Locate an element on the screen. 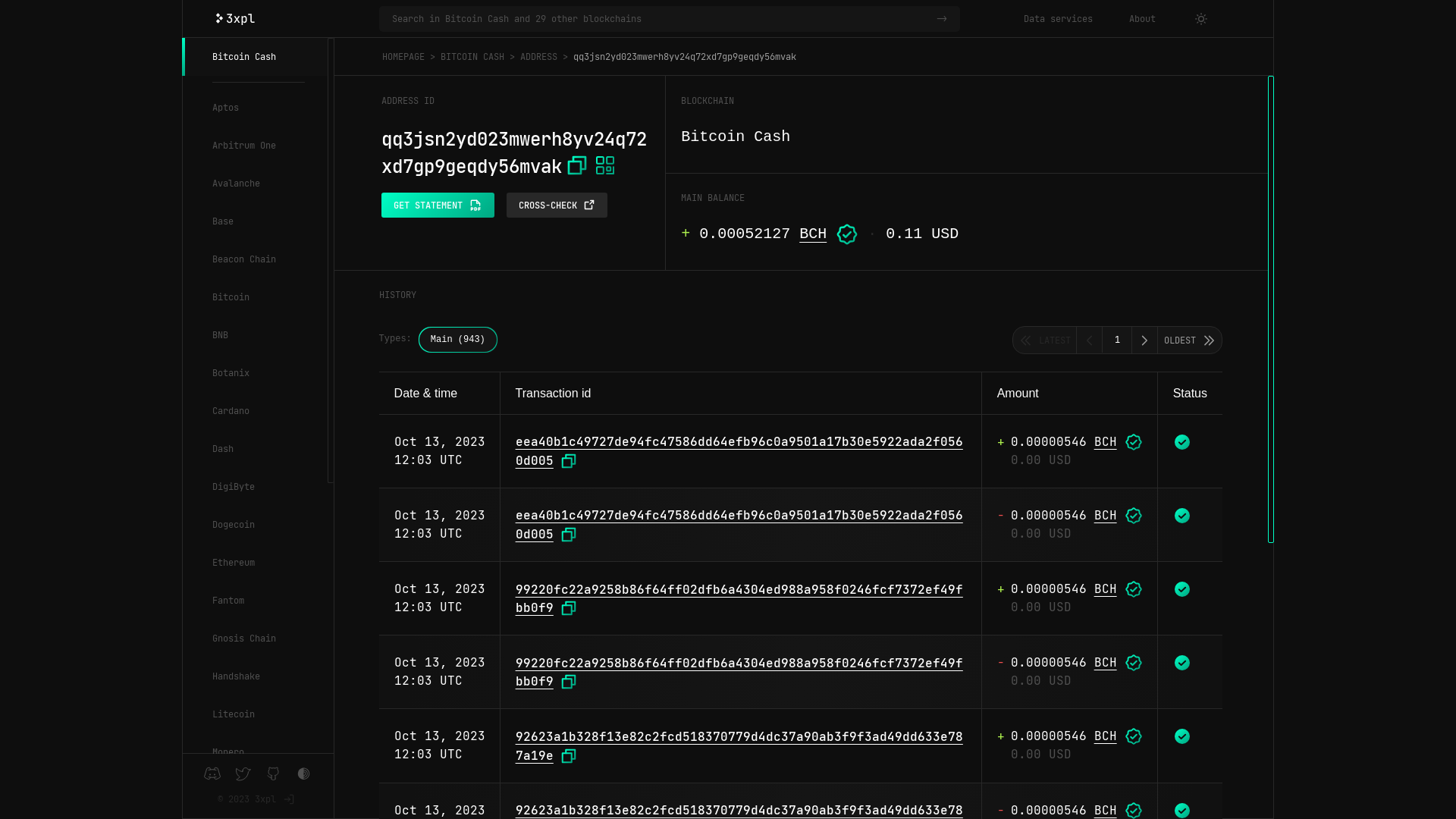 This screenshot has width=1456, height=819. 'DigiByte' is located at coordinates (255, 486).